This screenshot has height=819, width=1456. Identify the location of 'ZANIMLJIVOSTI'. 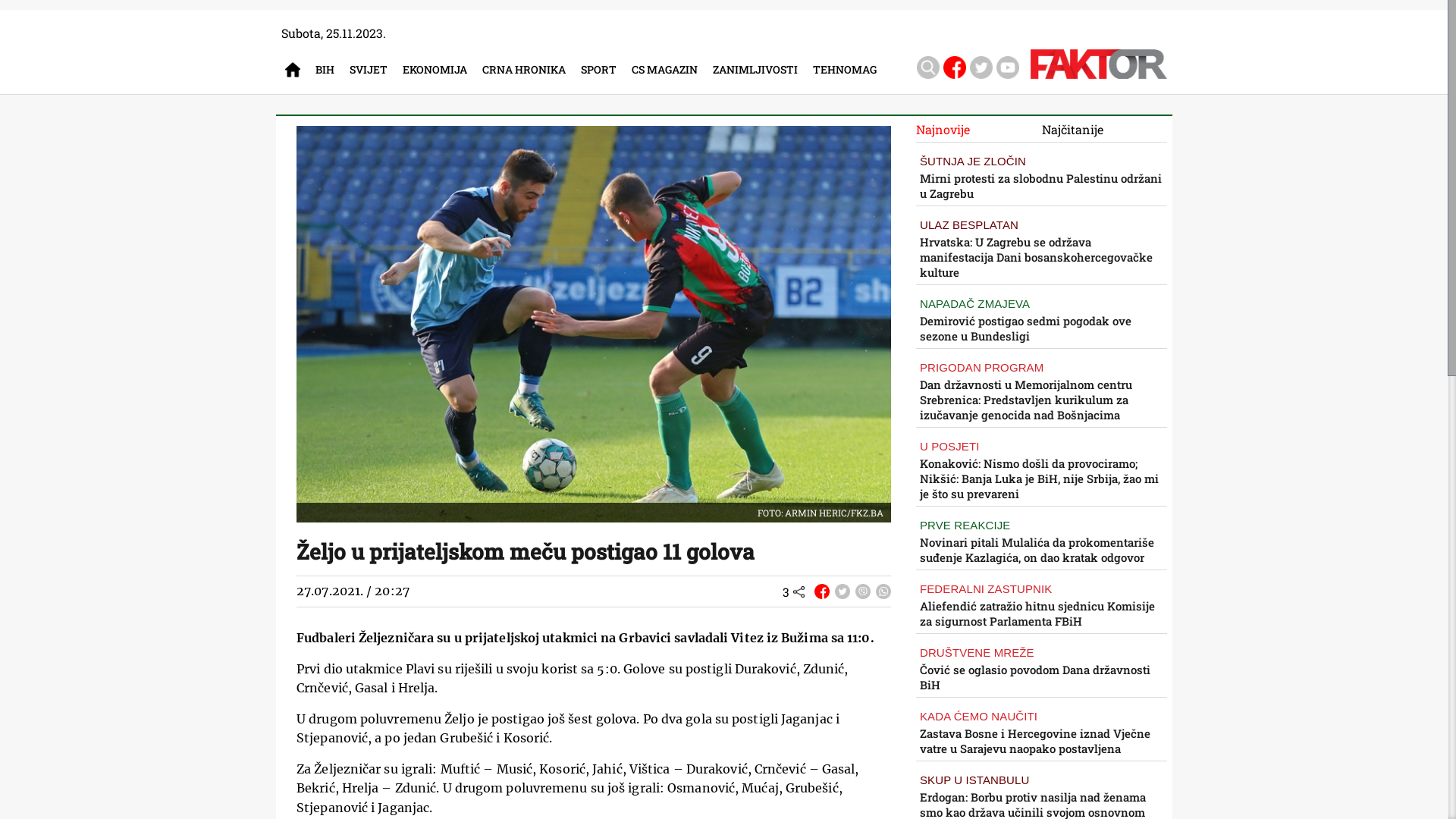
(759, 69).